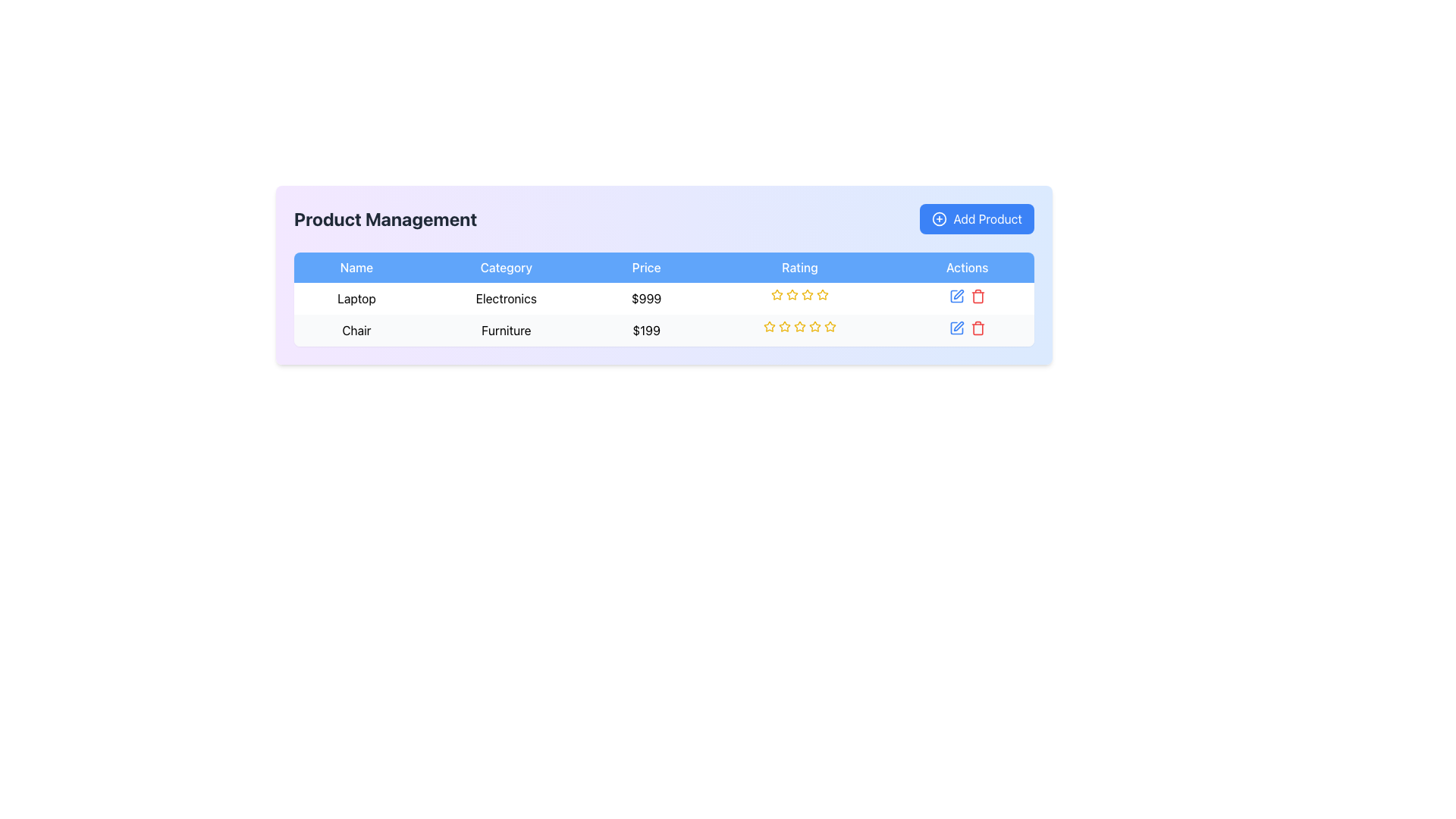  I want to click on the plus sign icon within the circular outline located at the left side of the 'Add Product' button in the top-right corner of the interface, so click(939, 219).